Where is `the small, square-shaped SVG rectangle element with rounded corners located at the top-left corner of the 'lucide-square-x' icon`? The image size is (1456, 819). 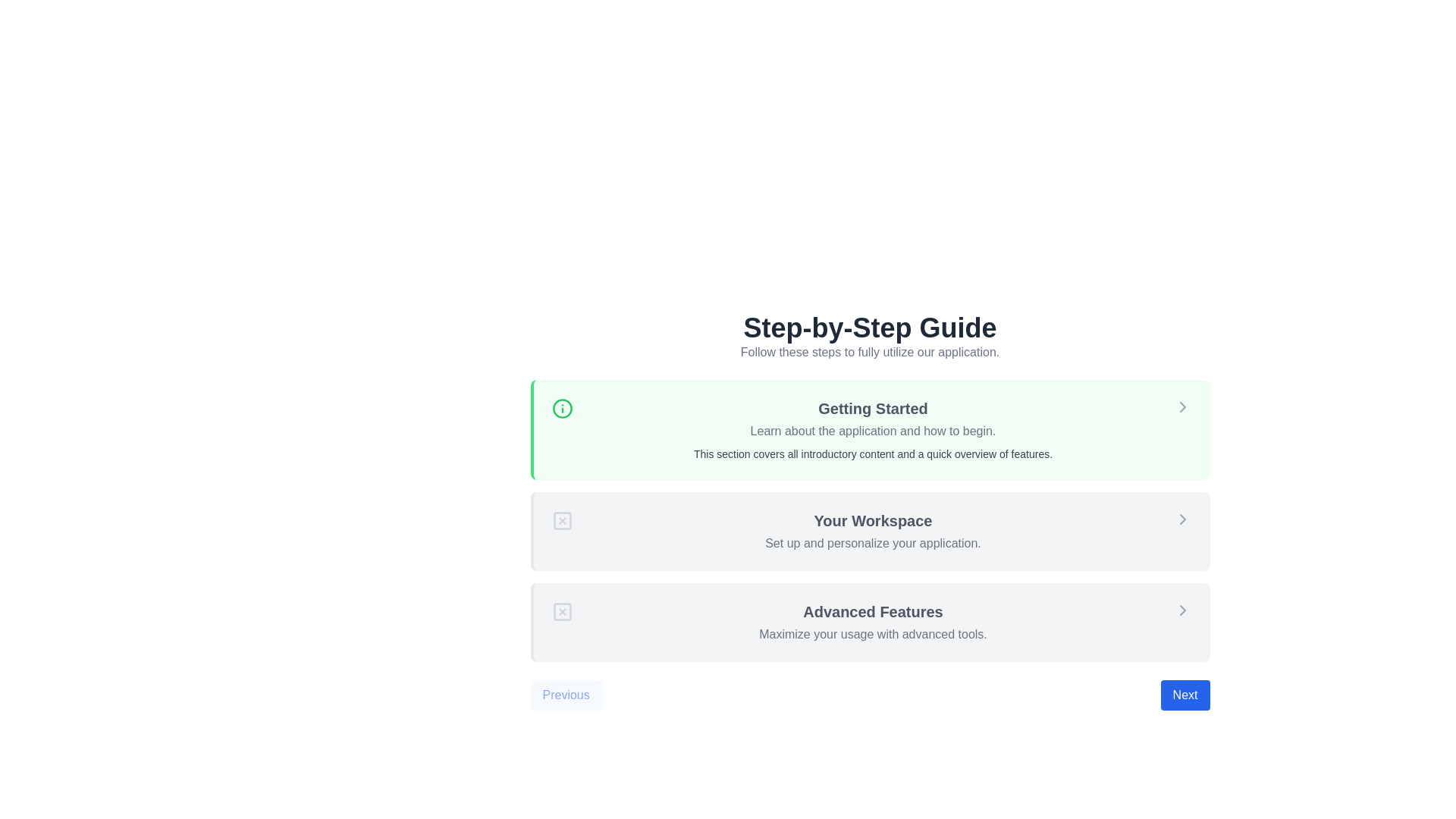
the small, square-shaped SVG rectangle element with rounded corners located at the top-left corner of the 'lucide-square-x' icon is located at coordinates (561, 519).